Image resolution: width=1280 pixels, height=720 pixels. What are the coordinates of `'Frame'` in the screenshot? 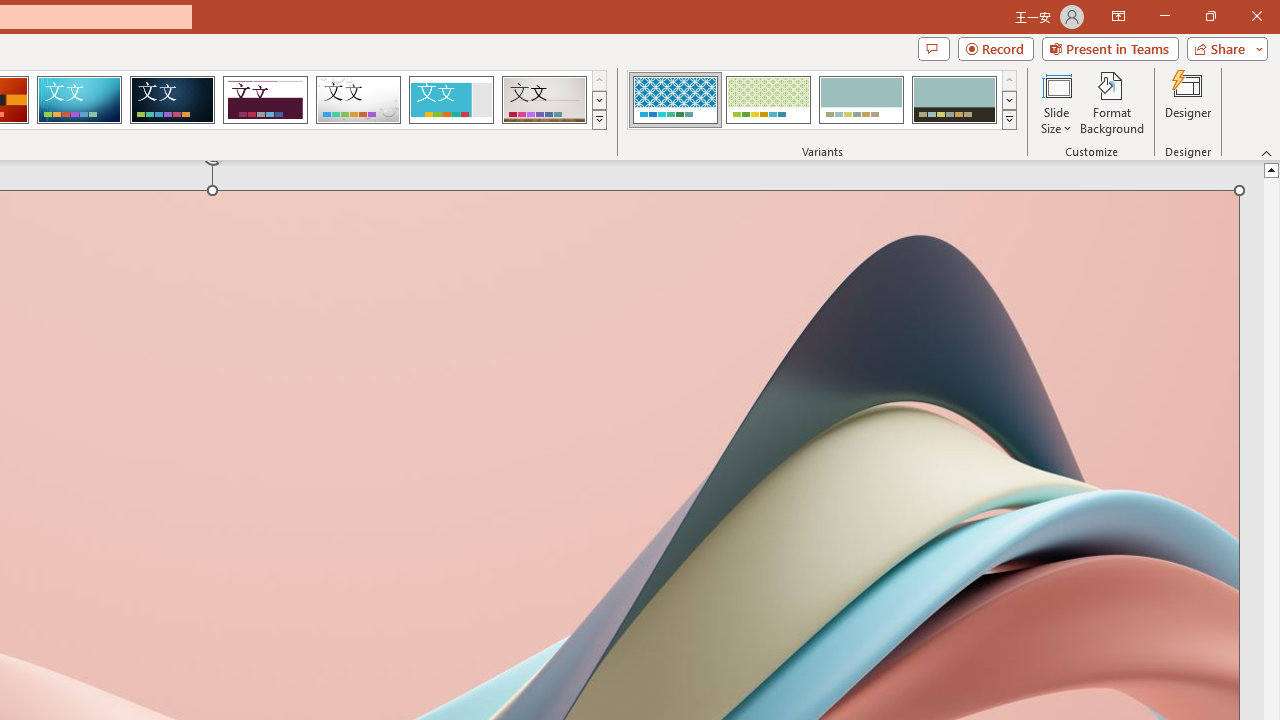 It's located at (450, 100).